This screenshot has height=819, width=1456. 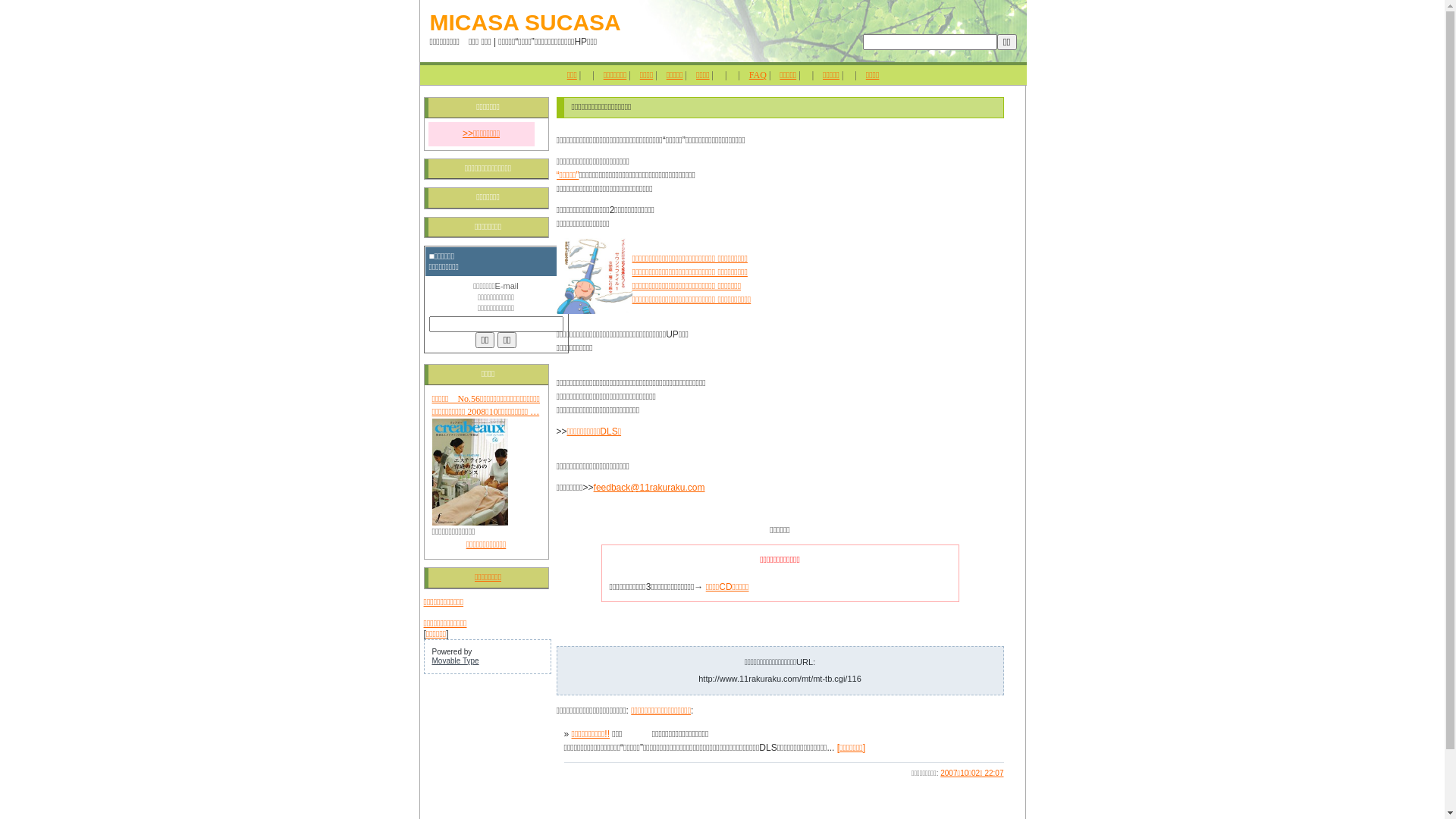 I want to click on 'FAQ', so click(x=758, y=75).